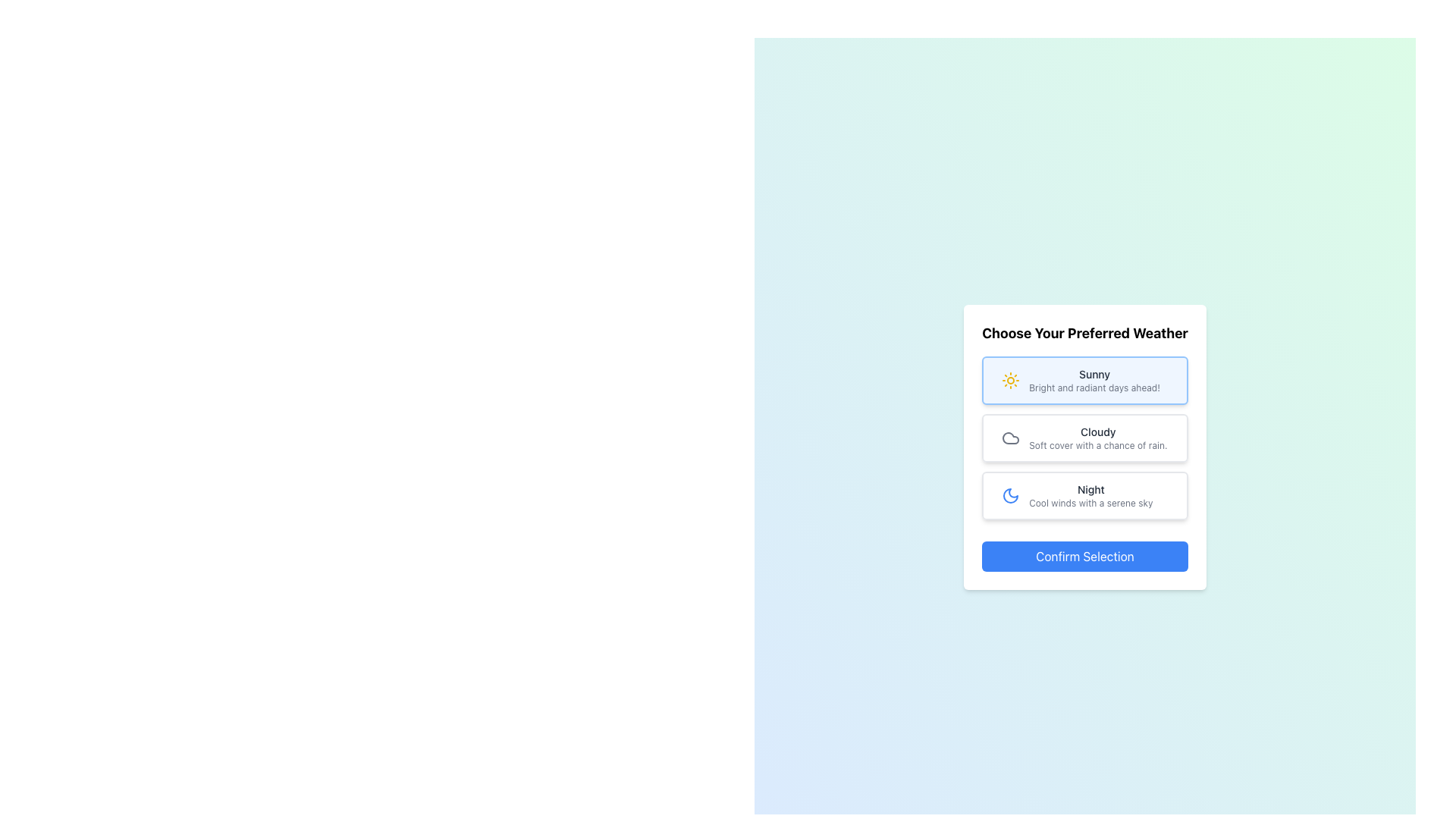  I want to click on the text element displaying 'Sunny' to trigger a tooltip or highlight, so click(1094, 379).